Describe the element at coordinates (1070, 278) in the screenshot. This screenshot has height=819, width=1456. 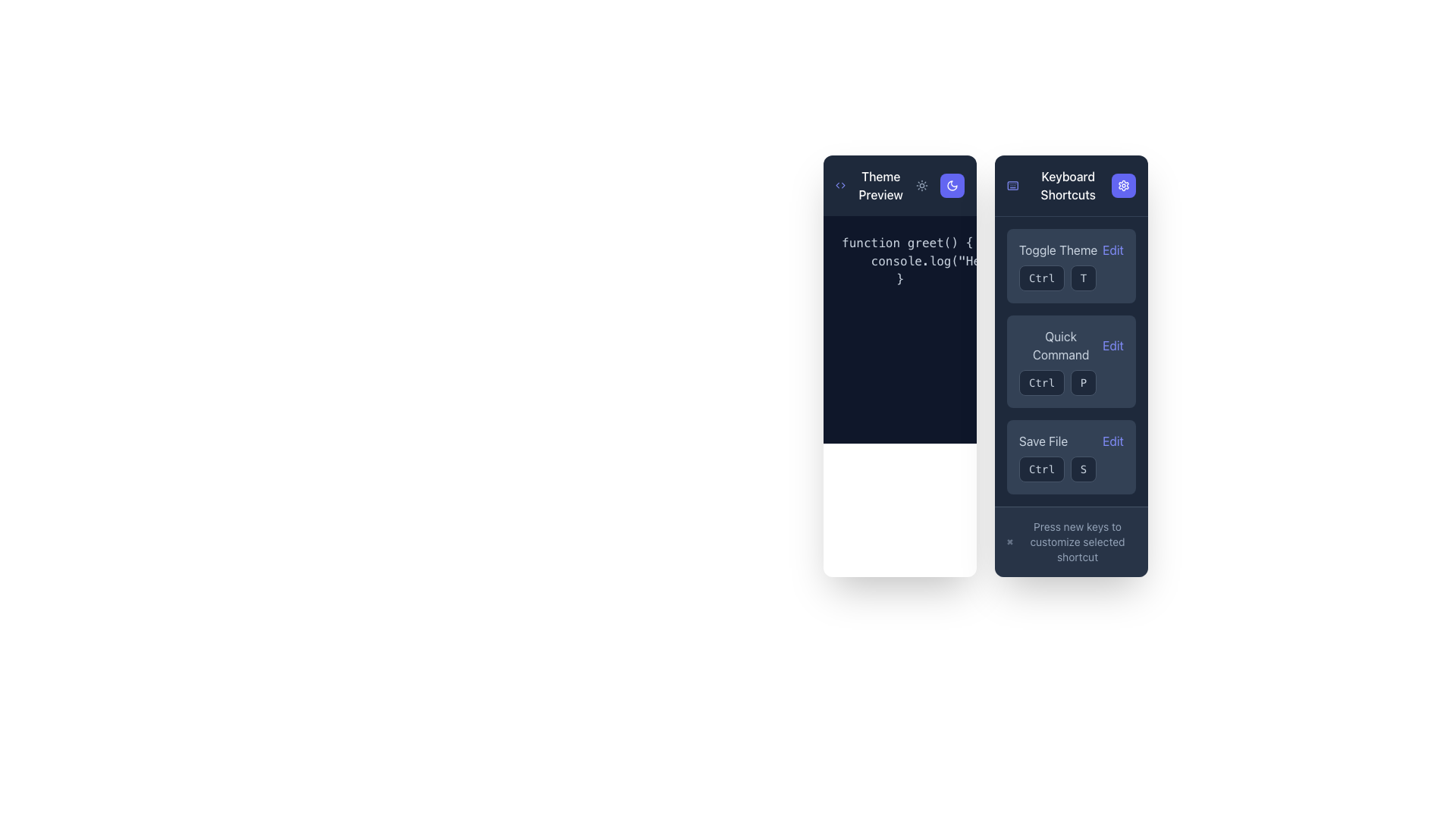
I see `text from the Keyboard shortcut indicator displaying 'Ctrl' and 'T' within the 'Toggle Theme Edit' section of the 'Keyboard Shortcuts' panel` at that location.